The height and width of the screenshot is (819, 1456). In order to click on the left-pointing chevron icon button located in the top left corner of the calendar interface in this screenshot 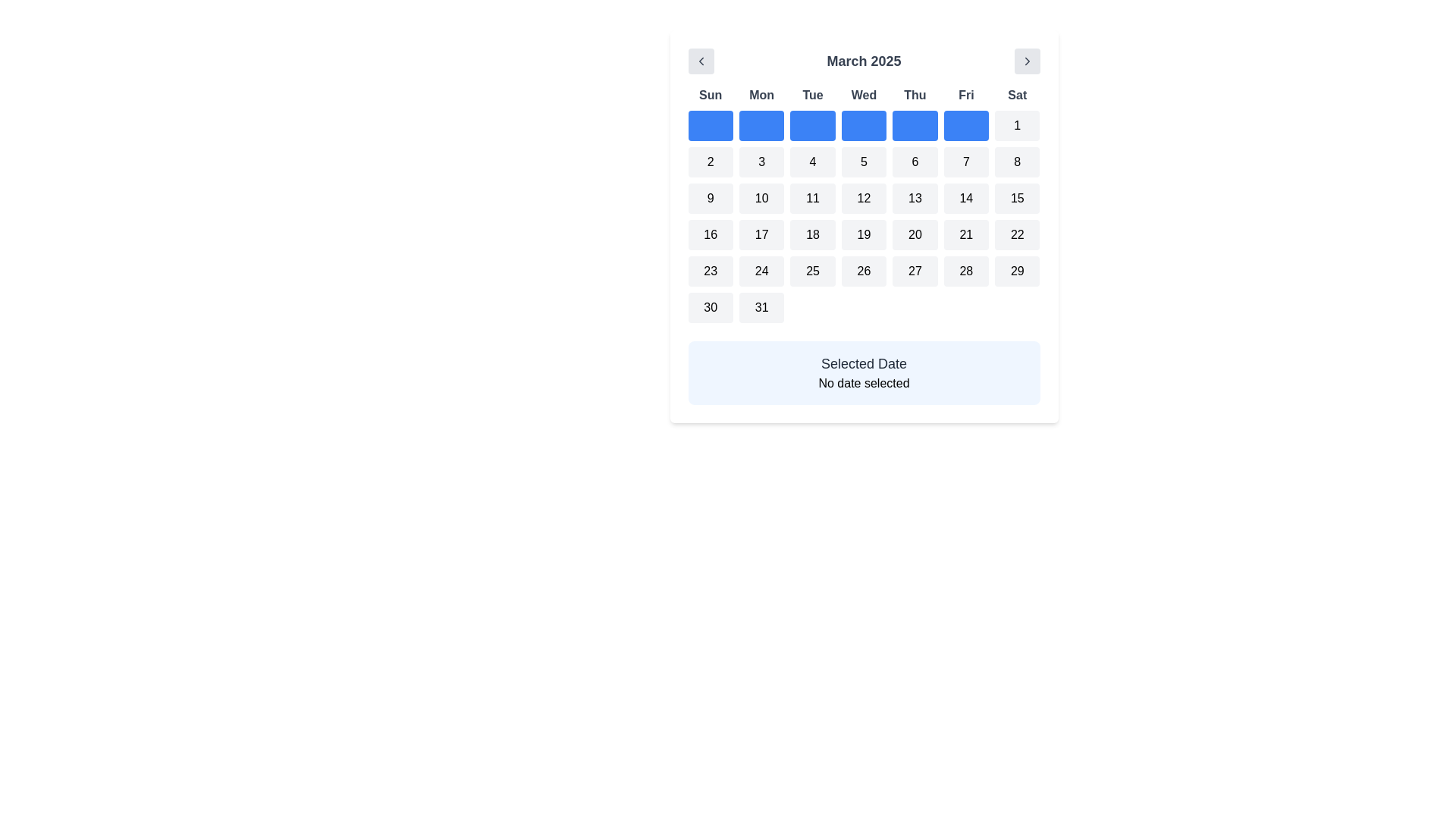, I will do `click(700, 61)`.